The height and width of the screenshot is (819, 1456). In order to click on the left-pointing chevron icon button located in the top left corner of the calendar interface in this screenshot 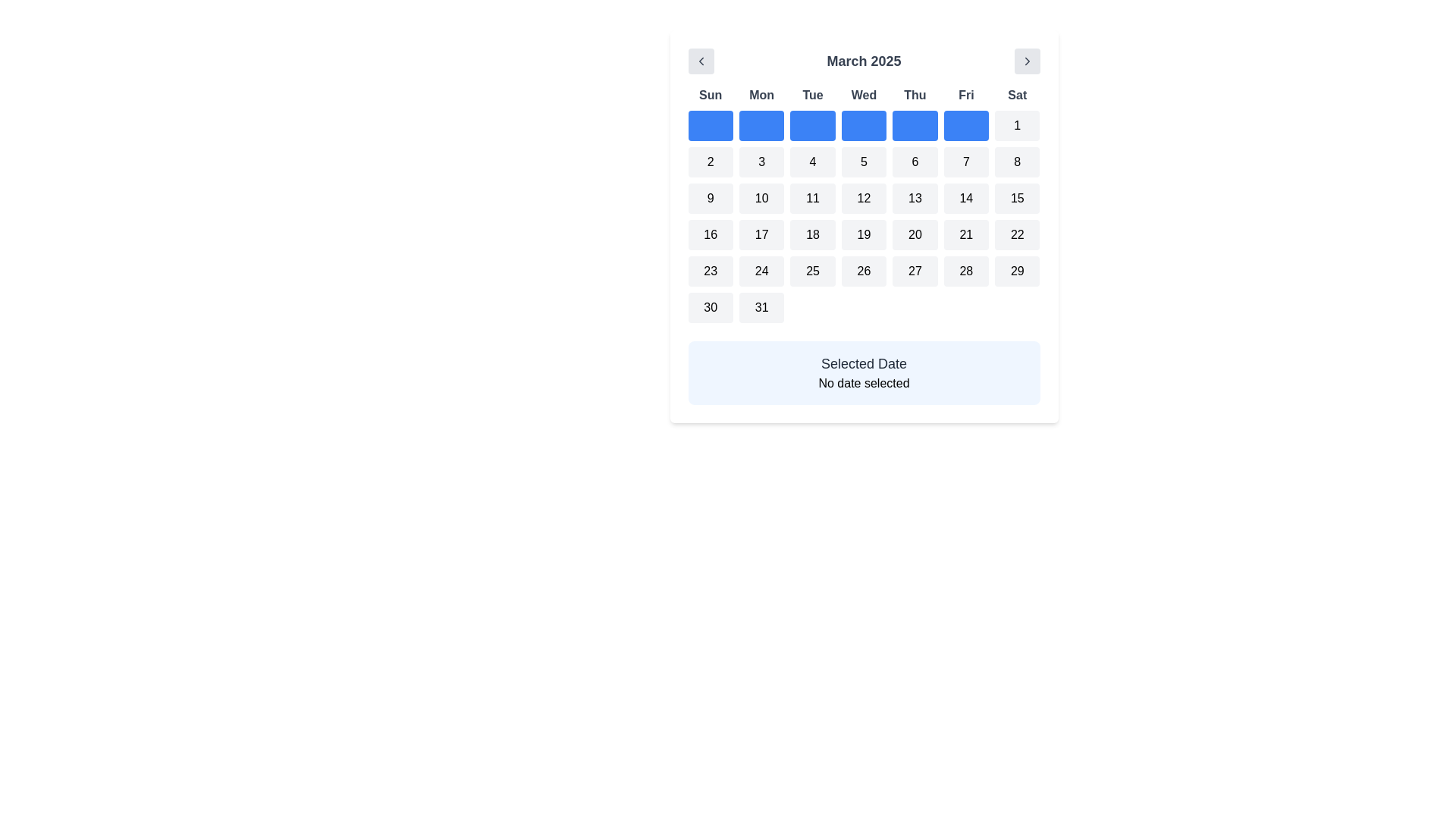, I will do `click(700, 61)`.